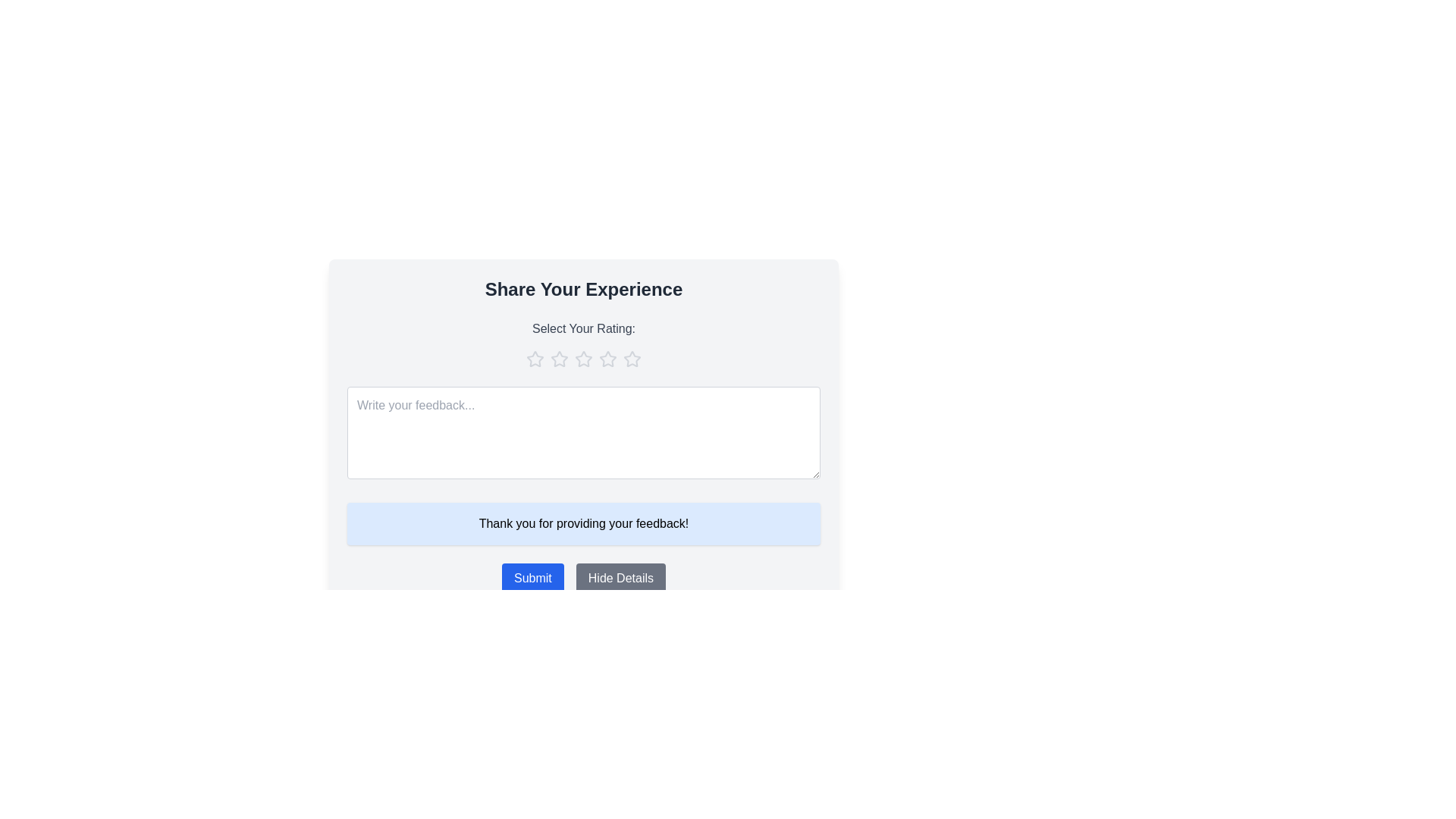 This screenshot has width=1456, height=819. Describe the element at coordinates (607, 359) in the screenshot. I see `the third star in the Star-shaped rating icon sequence` at that location.